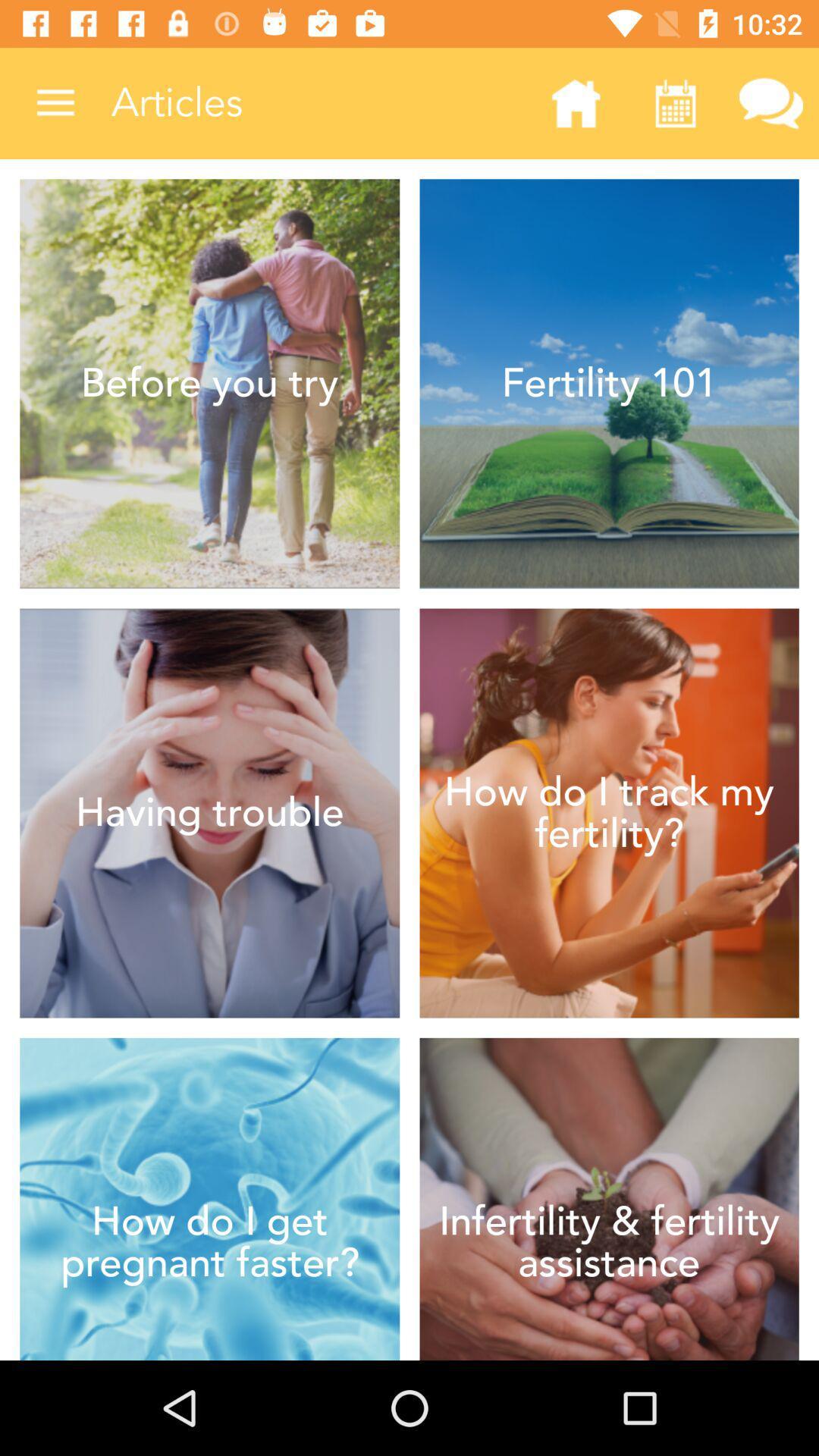 Image resolution: width=819 pixels, height=1456 pixels. What do you see at coordinates (576, 102) in the screenshot?
I see `the icon next to the articles item` at bounding box center [576, 102].